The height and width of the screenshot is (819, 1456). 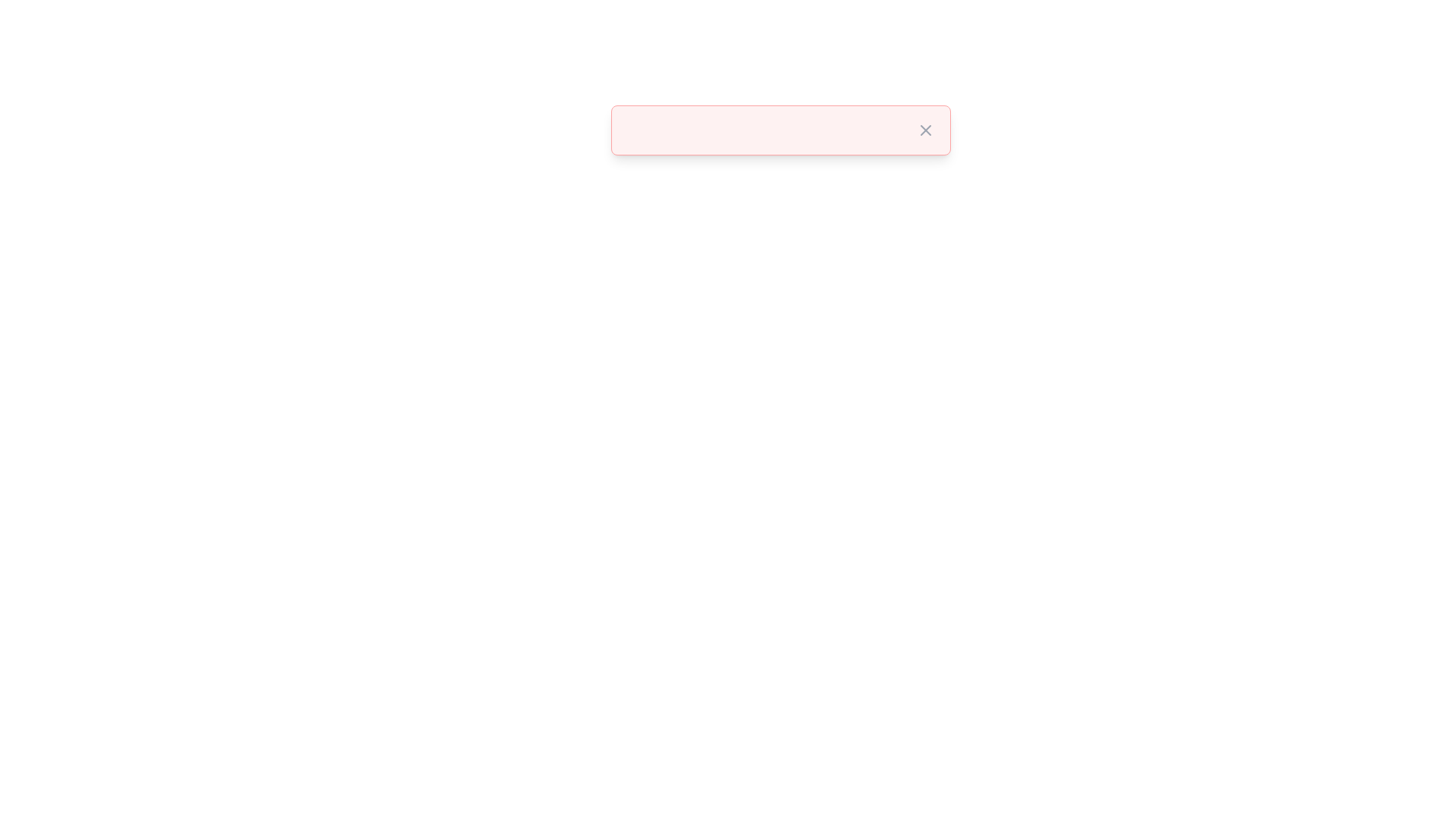 What do you see at coordinates (924, 130) in the screenshot?
I see `the interactive 'X' button located at the far right end of the horizontal layout for keyboard interaction` at bounding box center [924, 130].